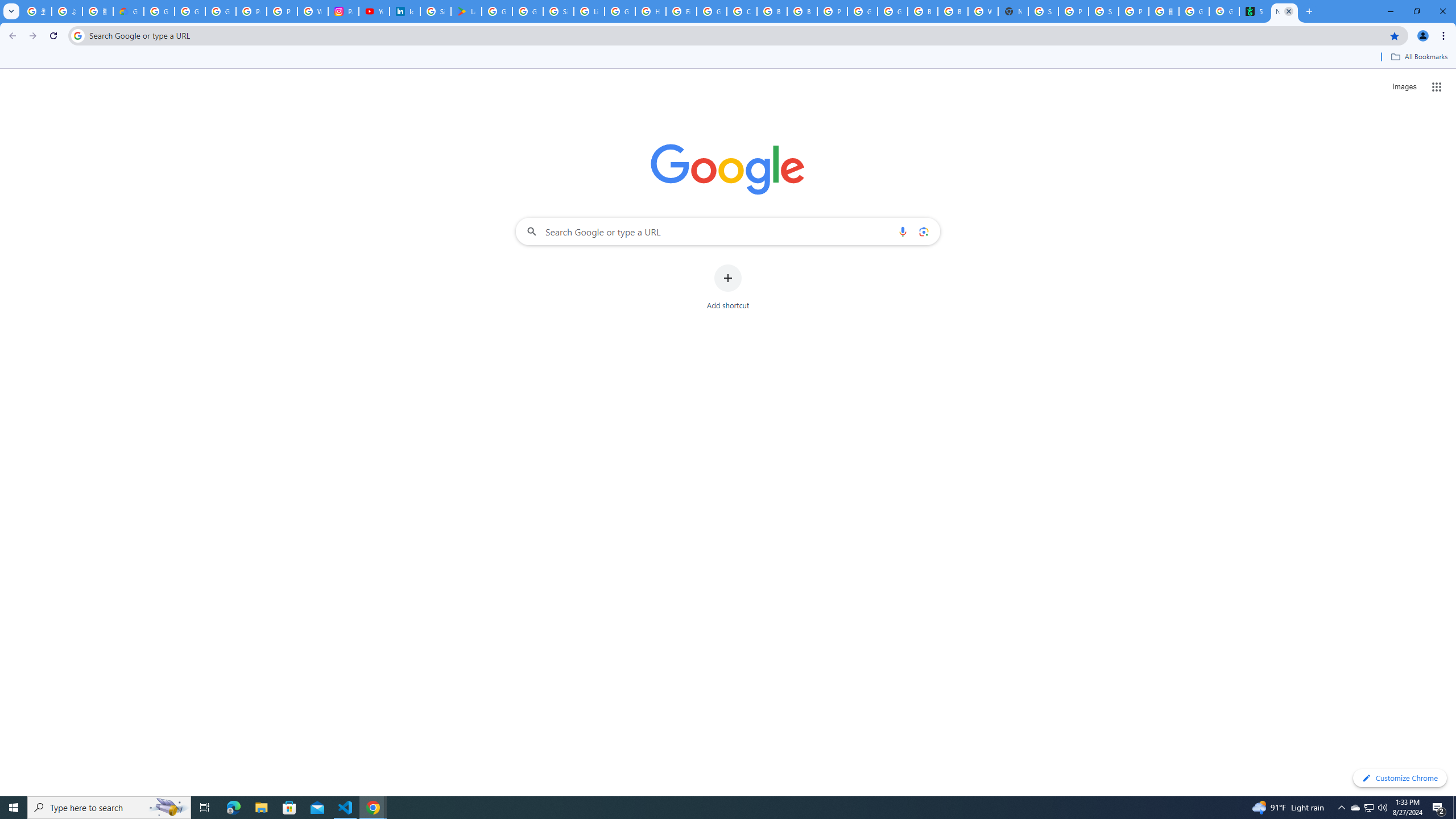  I want to click on 'Last Shelter: Survival - Apps on Google Play', so click(466, 11).